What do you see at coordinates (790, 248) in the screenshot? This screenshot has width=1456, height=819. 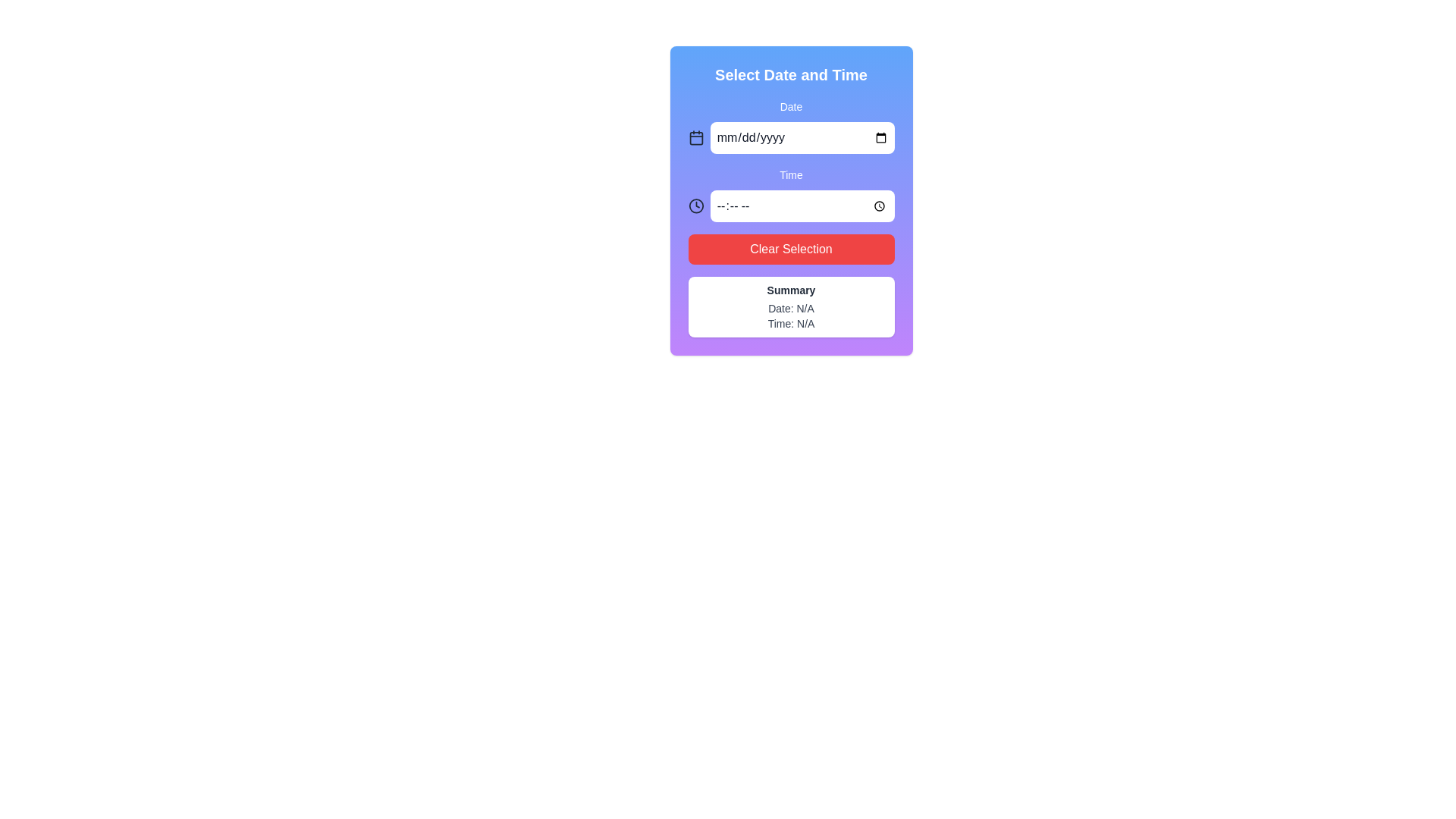 I see `the 'Clear' button located at the bottom of the input section within the form card to clear the user's date and time selections` at bounding box center [790, 248].